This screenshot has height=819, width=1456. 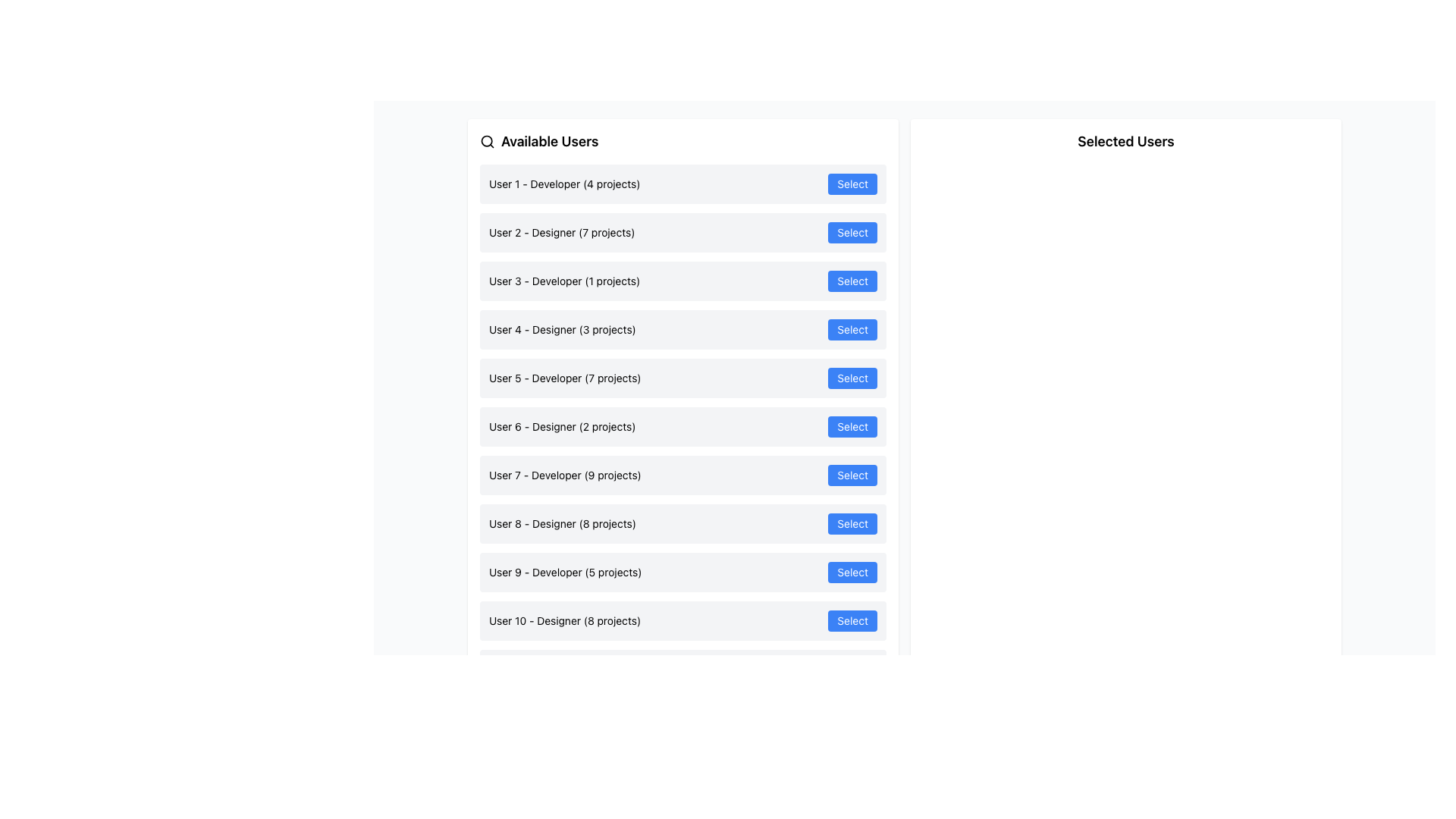 I want to click on the 'Selected Users' title text label located at the top of the right panel of the interface, which is styled with a larger font size and bold weight, so click(x=1125, y=141).